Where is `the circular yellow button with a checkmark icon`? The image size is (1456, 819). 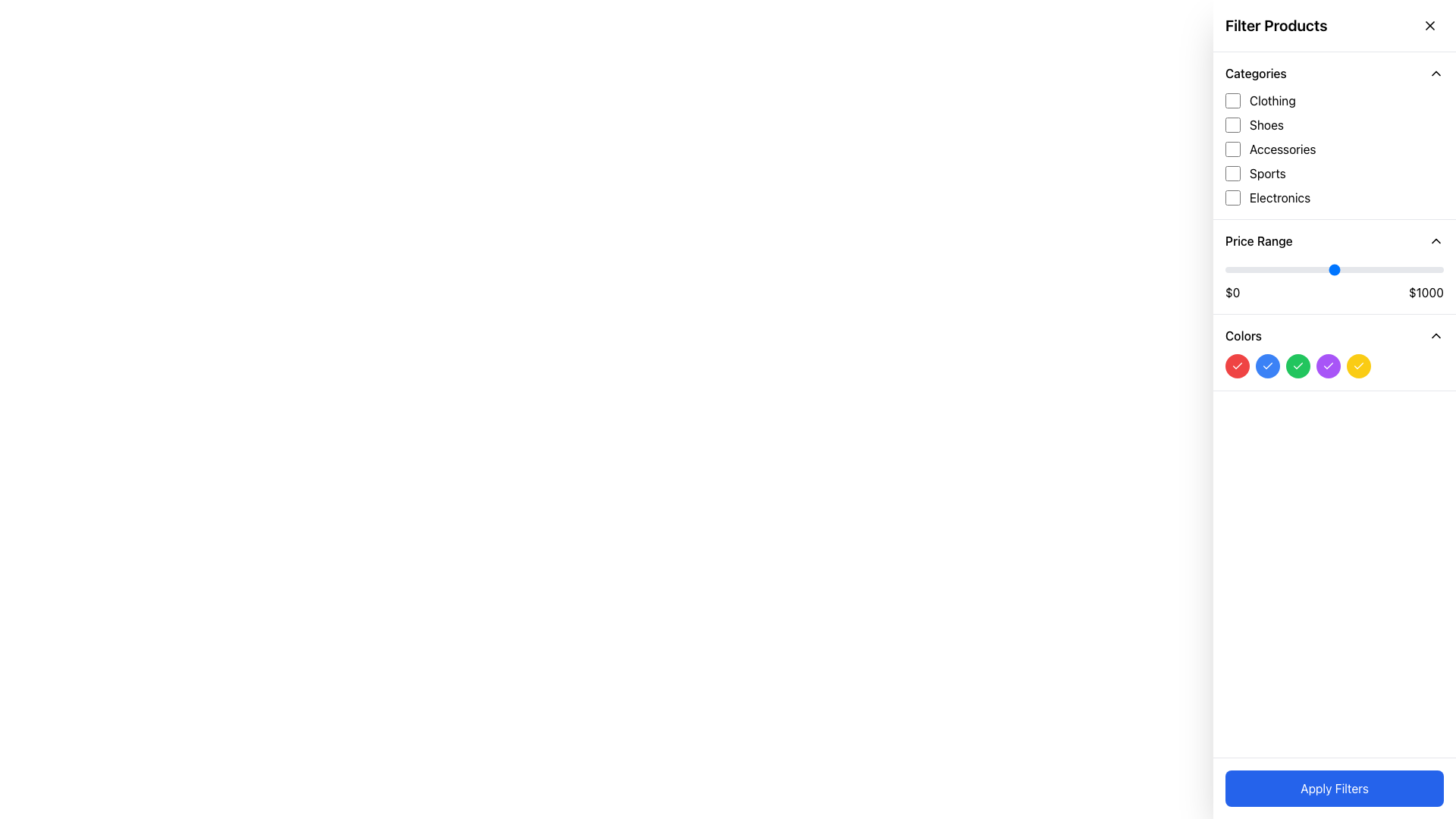
the circular yellow button with a checkmark icon is located at coordinates (1358, 366).